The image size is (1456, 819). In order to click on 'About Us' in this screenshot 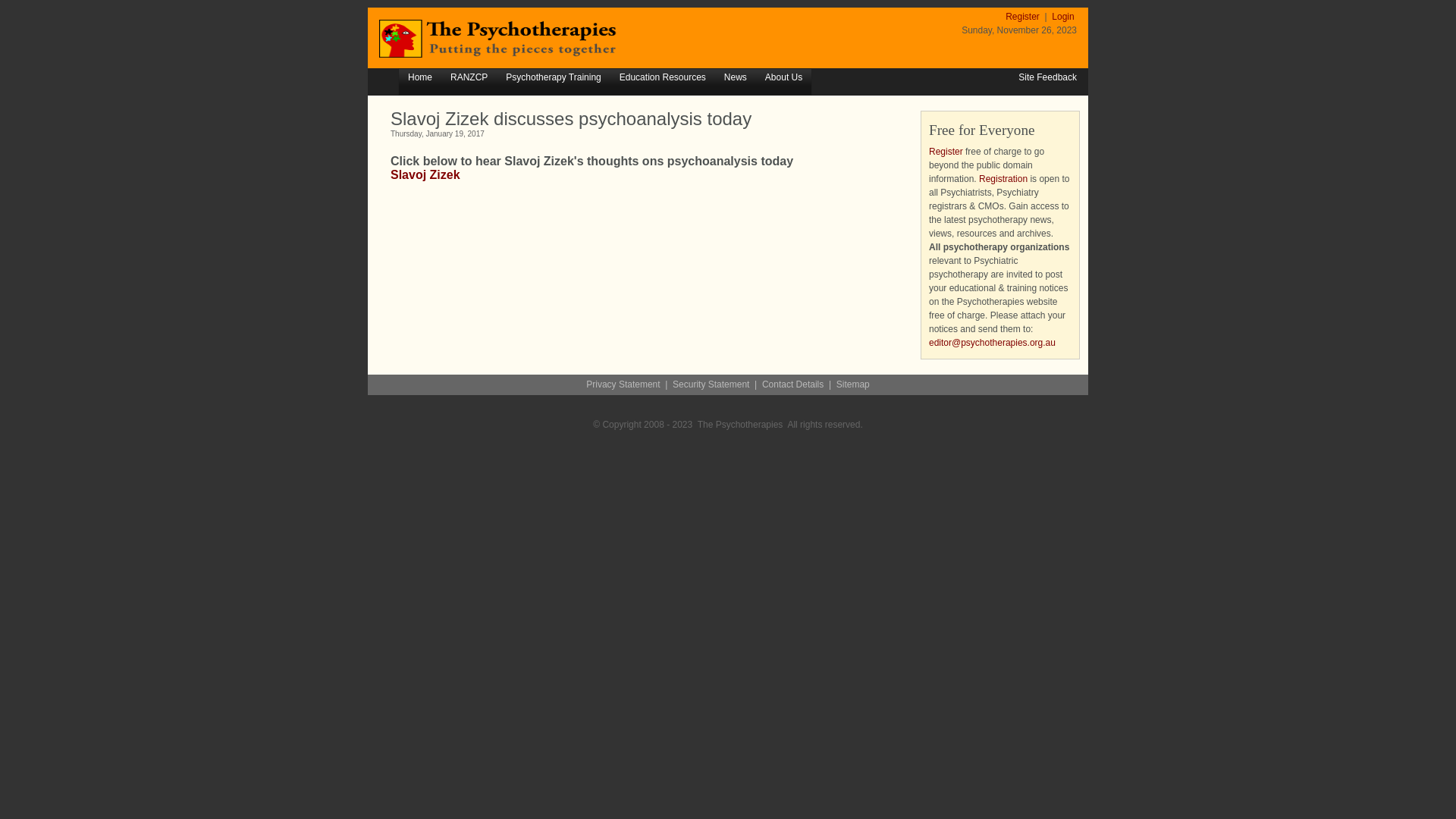, I will do `click(783, 78)`.